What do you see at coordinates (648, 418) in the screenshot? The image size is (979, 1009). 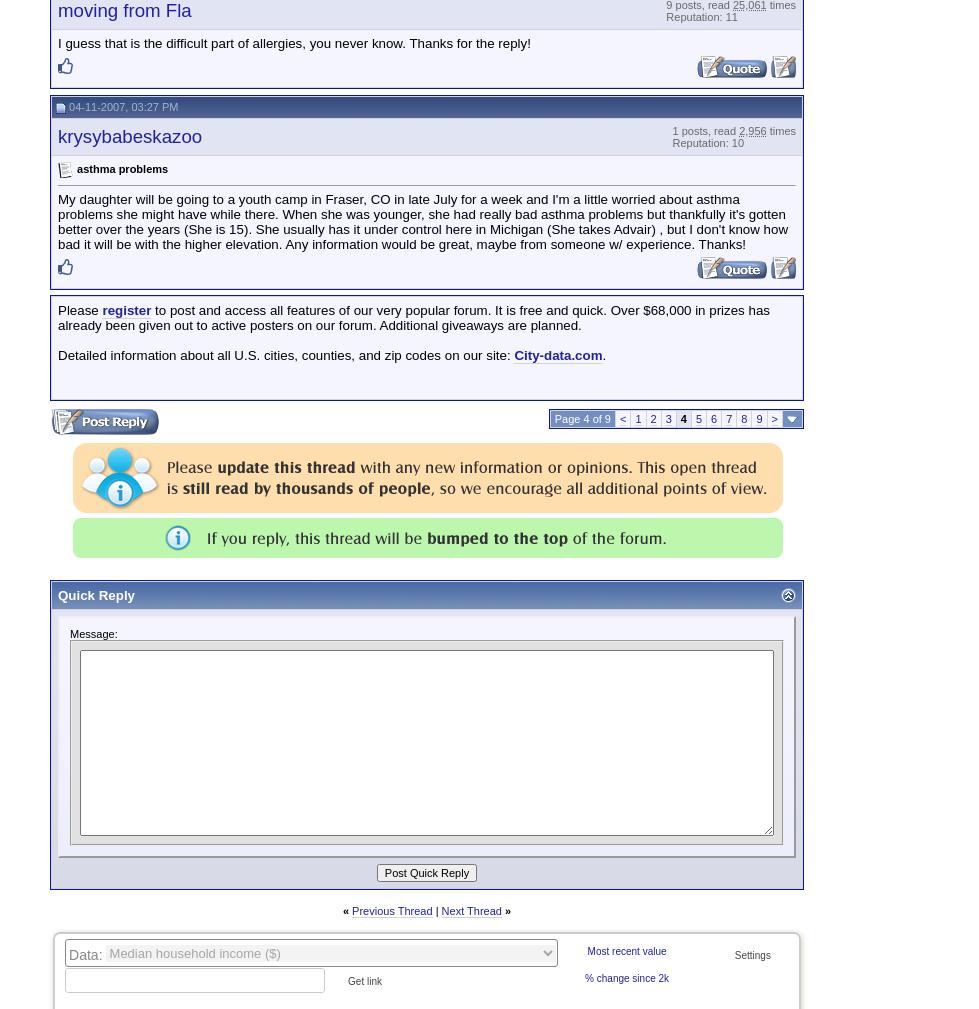 I see `'2'` at bounding box center [648, 418].